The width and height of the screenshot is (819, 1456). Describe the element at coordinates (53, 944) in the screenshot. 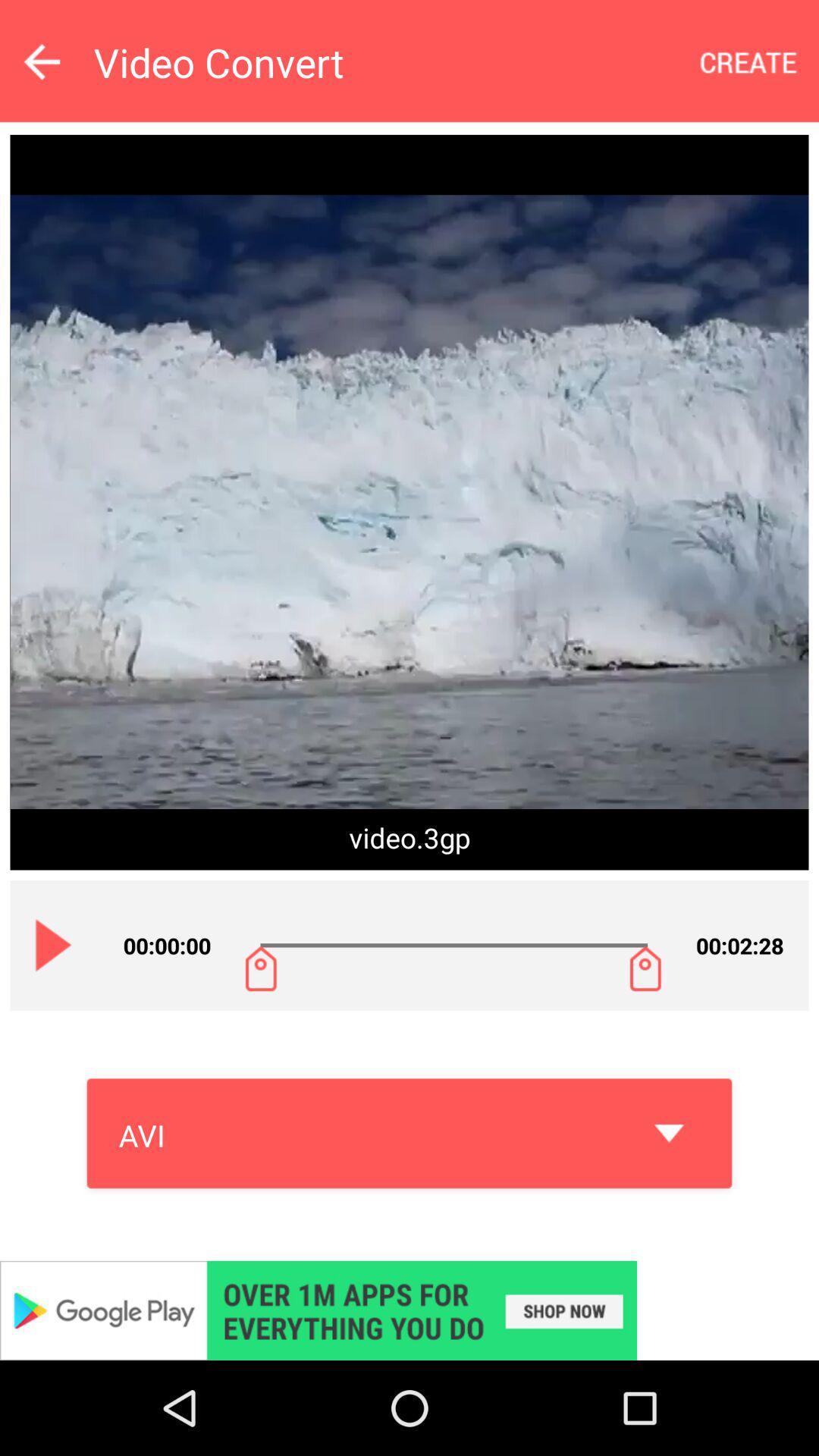

I see `the play` at that location.